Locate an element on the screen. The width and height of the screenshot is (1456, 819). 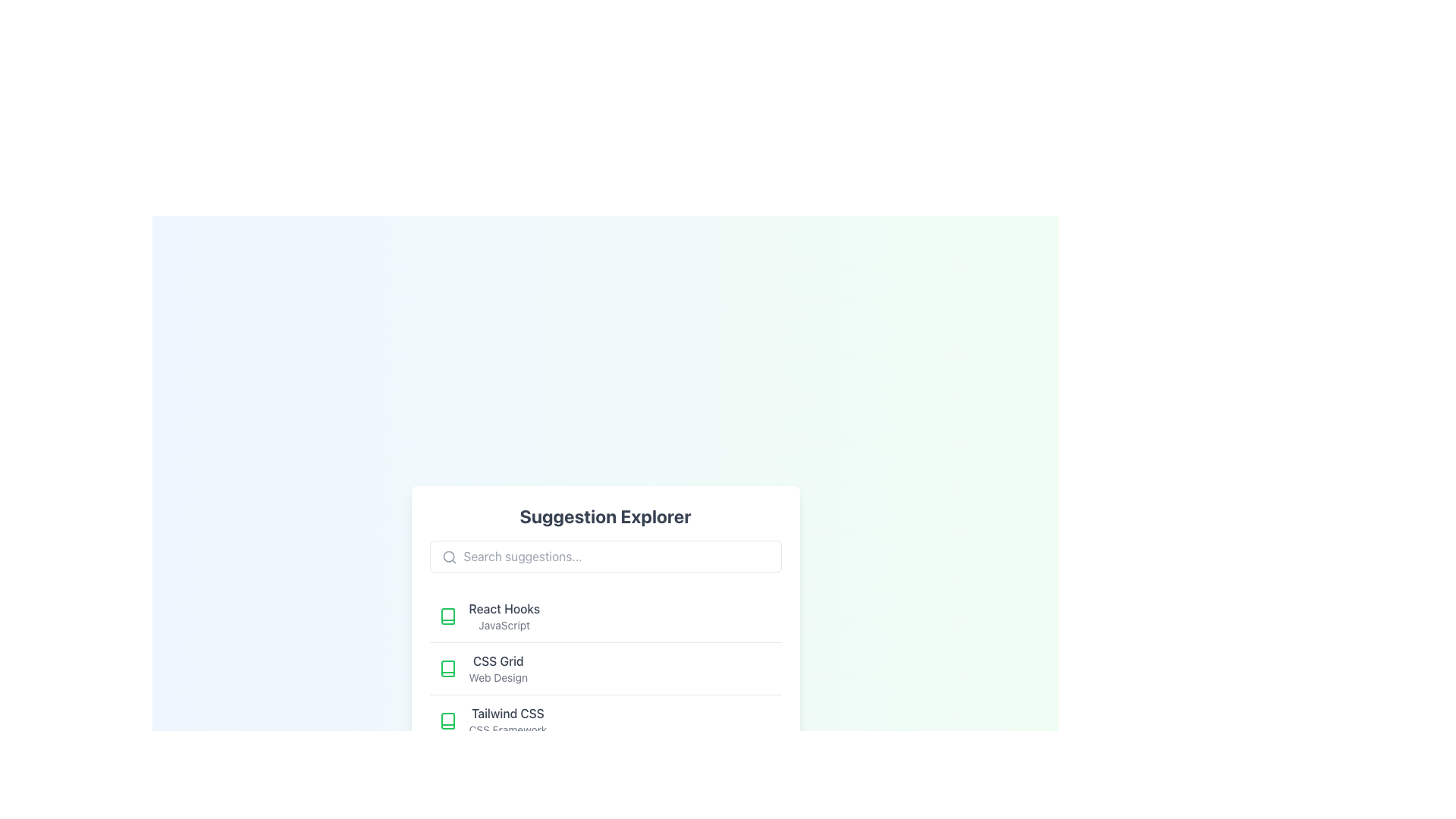
the book icon with a green outline located to the left of the 'CSS Grid' text is located at coordinates (447, 668).